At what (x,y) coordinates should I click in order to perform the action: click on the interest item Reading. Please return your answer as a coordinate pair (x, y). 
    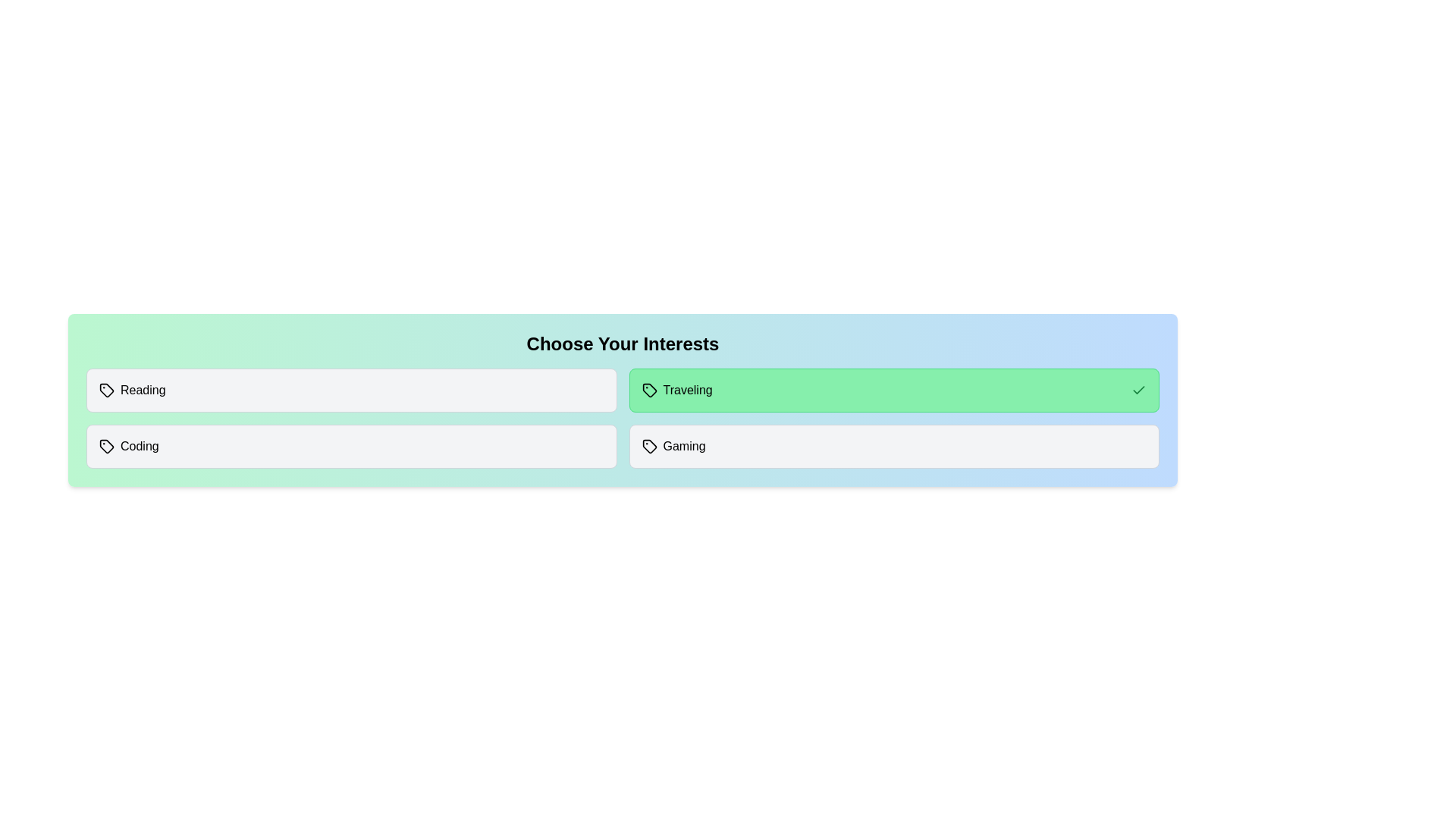
    Looking at the image, I should click on (350, 390).